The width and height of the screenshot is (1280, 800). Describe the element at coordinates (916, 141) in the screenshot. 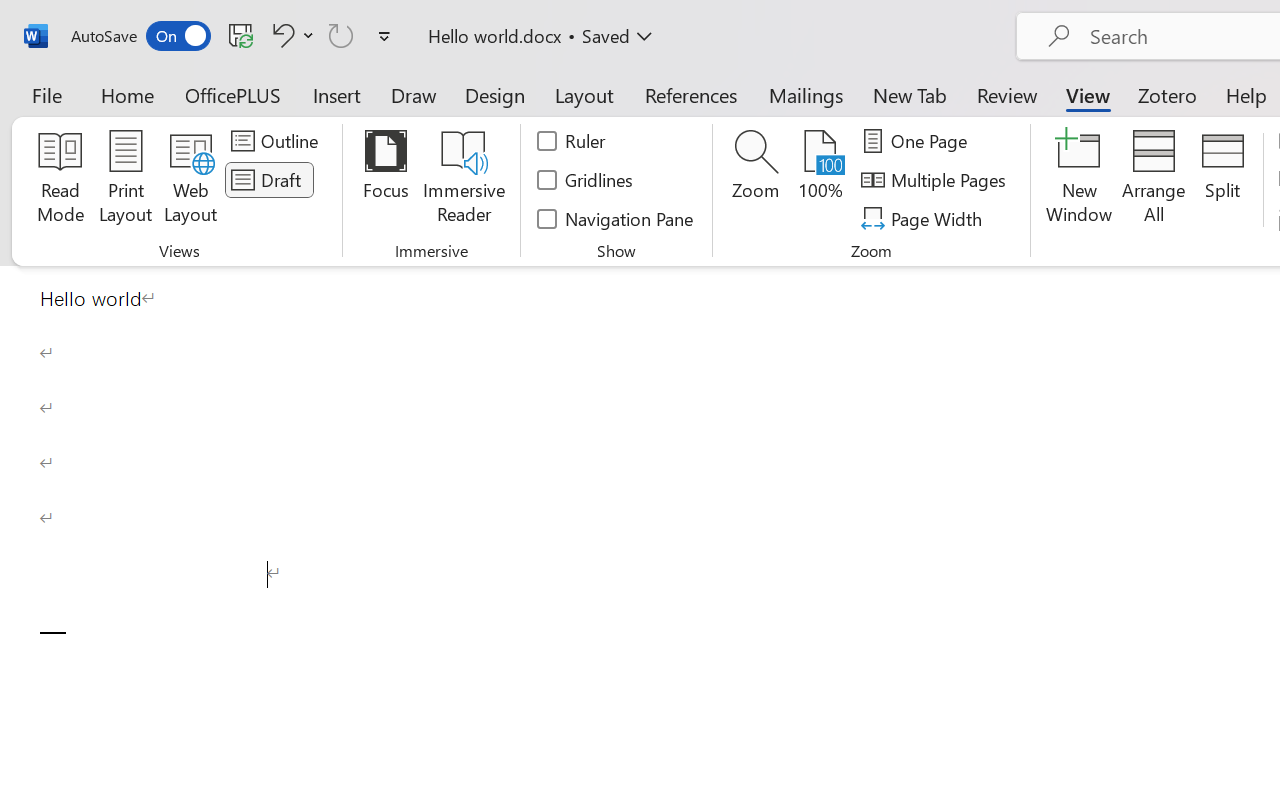

I see `'One Page'` at that location.